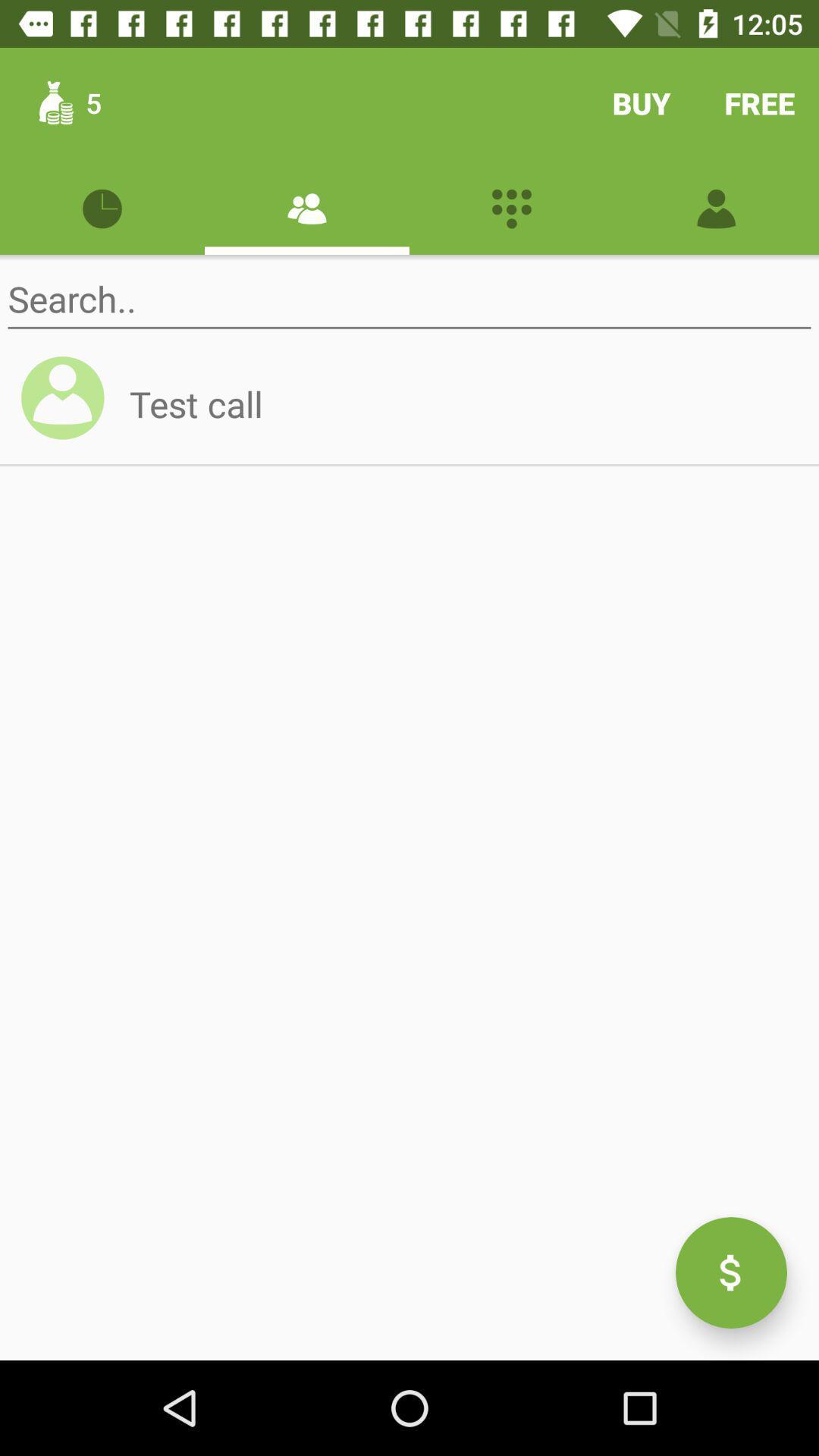 The width and height of the screenshot is (819, 1456). What do you see at coordinates (760, 102) in the screenshot?
I see `icon to the right of buy` at bounding box center [760, 102].